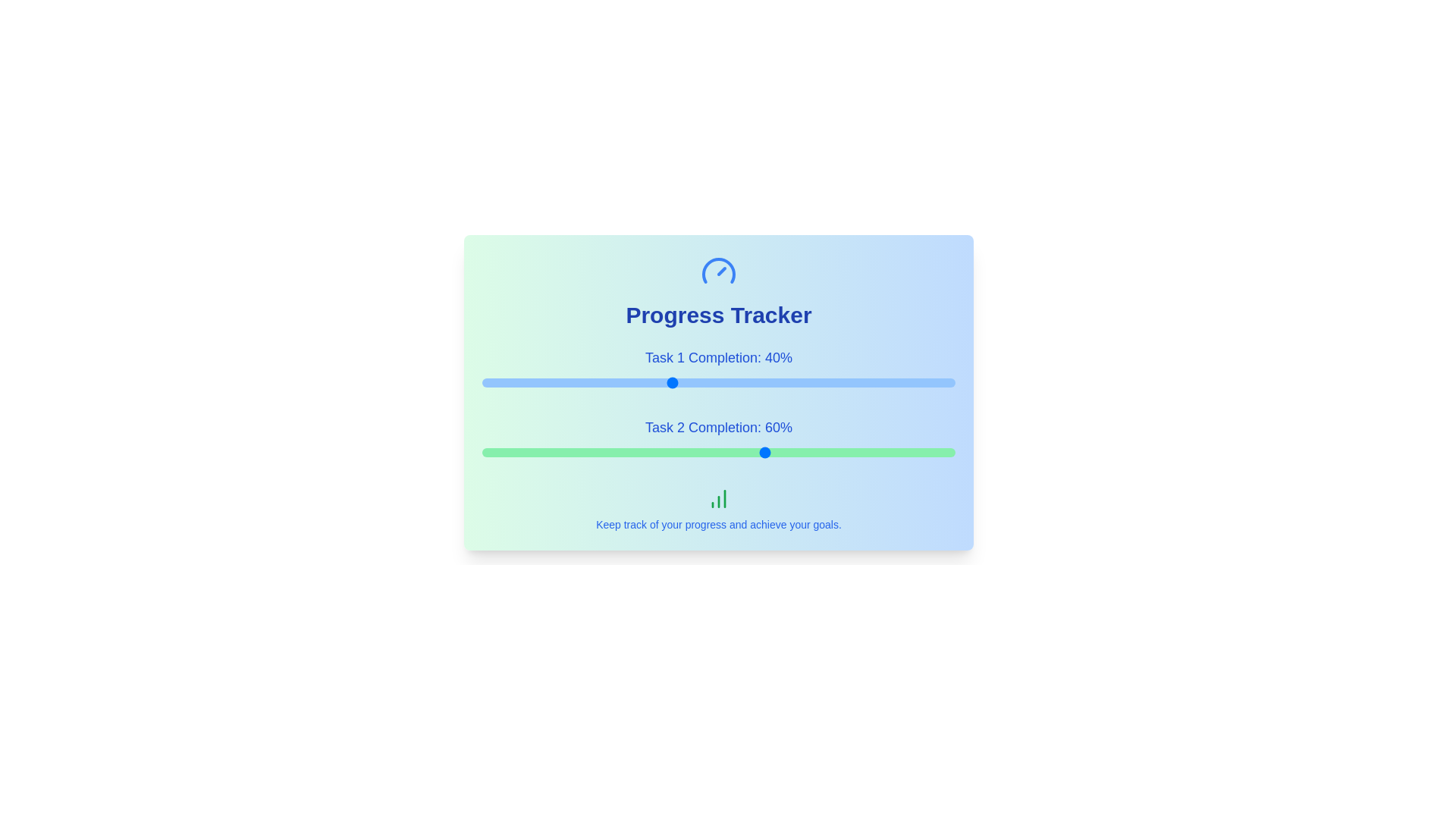 This screenshot has width=1456, height=819. What do you see at coordinates (557, 382) in the screenshot?
I see `the progress value` at bounding box center [557, 382].